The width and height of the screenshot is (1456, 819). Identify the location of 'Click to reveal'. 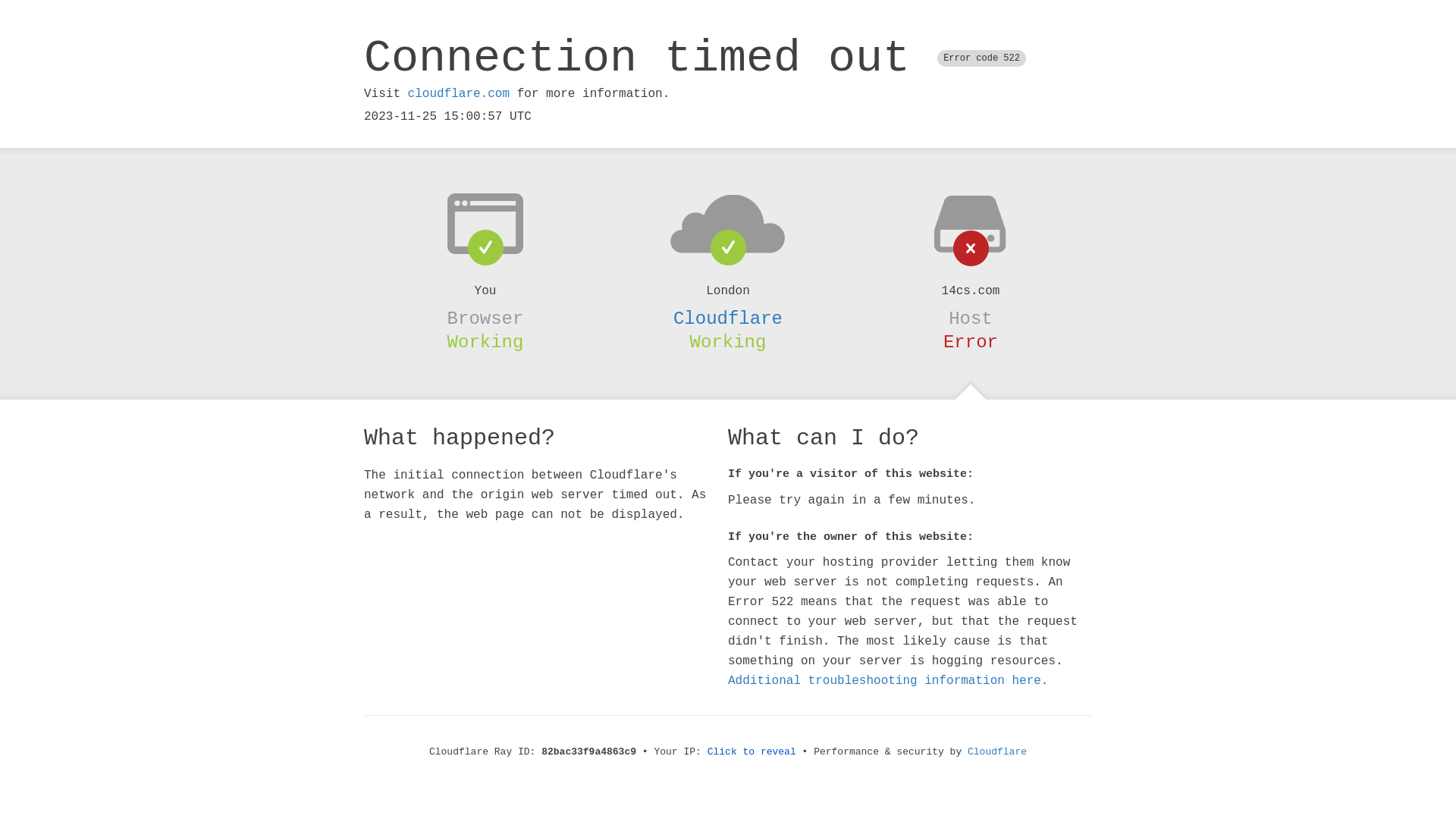
(752, 752).